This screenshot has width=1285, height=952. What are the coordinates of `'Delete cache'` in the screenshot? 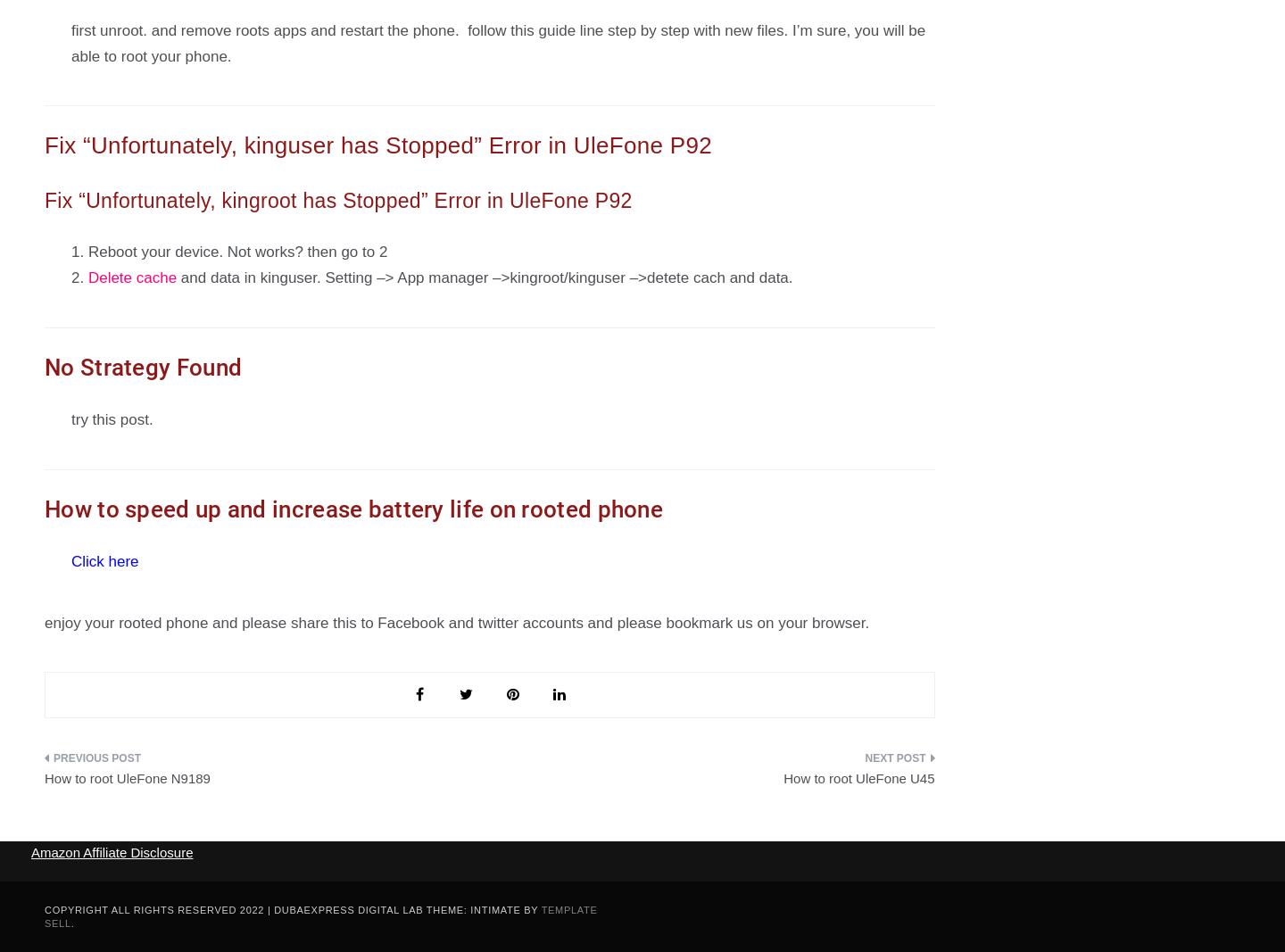 It's located at (131, 277).